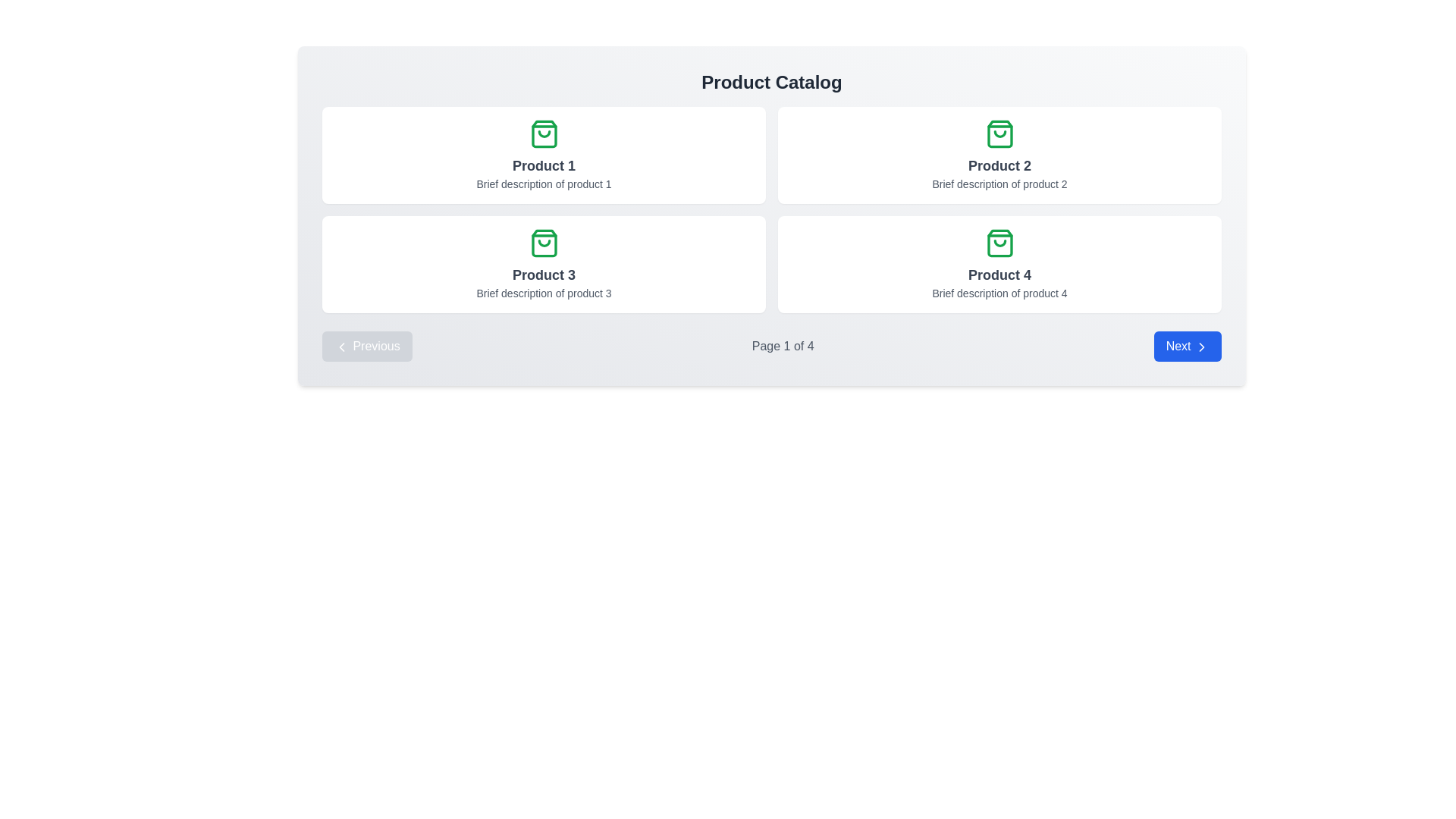  What do you see at coordinates (544, 263) in the screenshot?
I see `the product listing card located in the bottom-left section of a 2x2 grid, which displays the product information and is the third card beneath 'Product 1' and to the left of 'Product 4'` at bounding box center [544, 263].